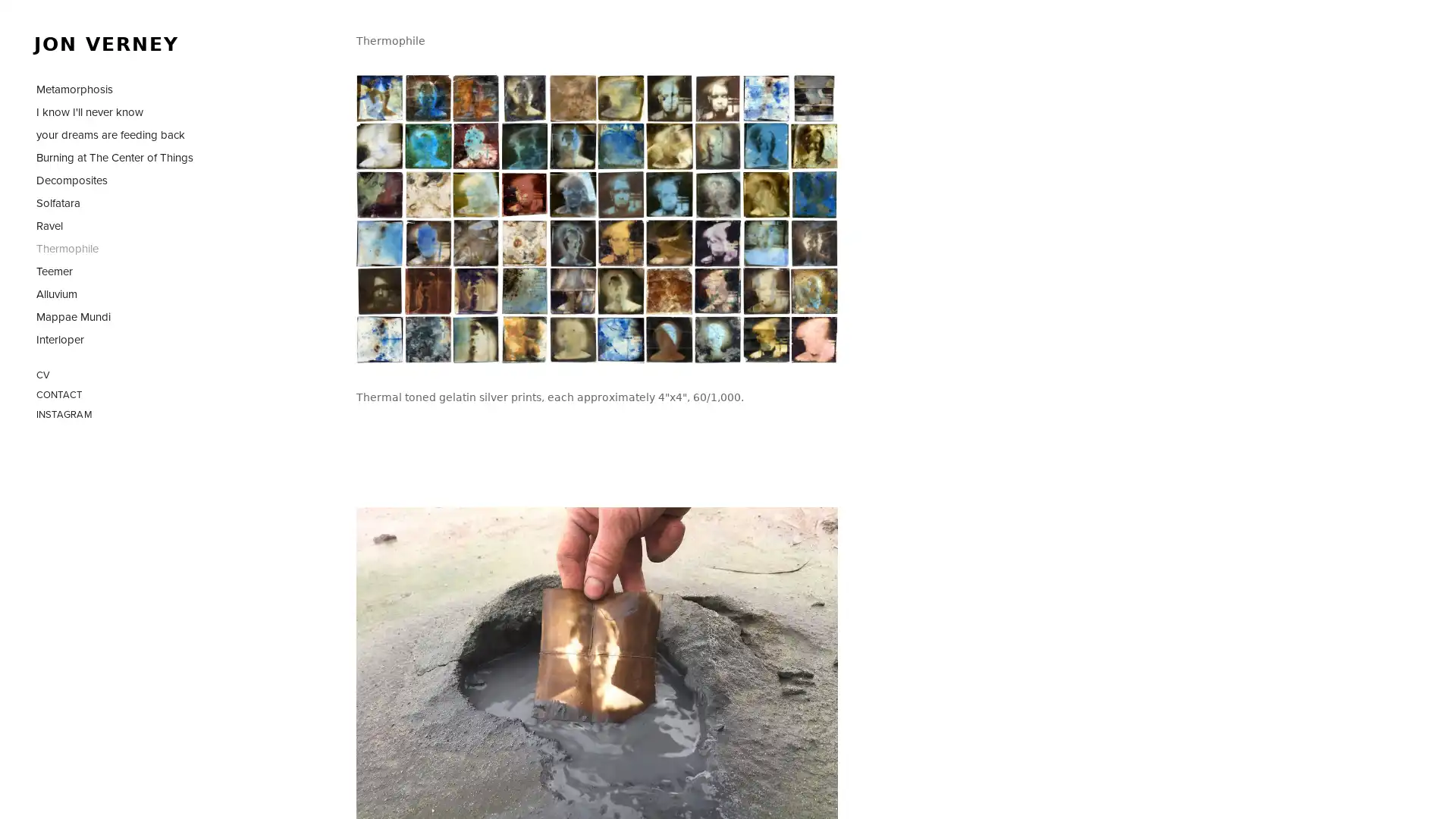 This screenshot has width=1456, height=819. What do you see at coordinates (426, 97) in the screenshot?
I see `View fullsize jon_verney_thermophile_36.jpg` at bounding box center [426, 97].